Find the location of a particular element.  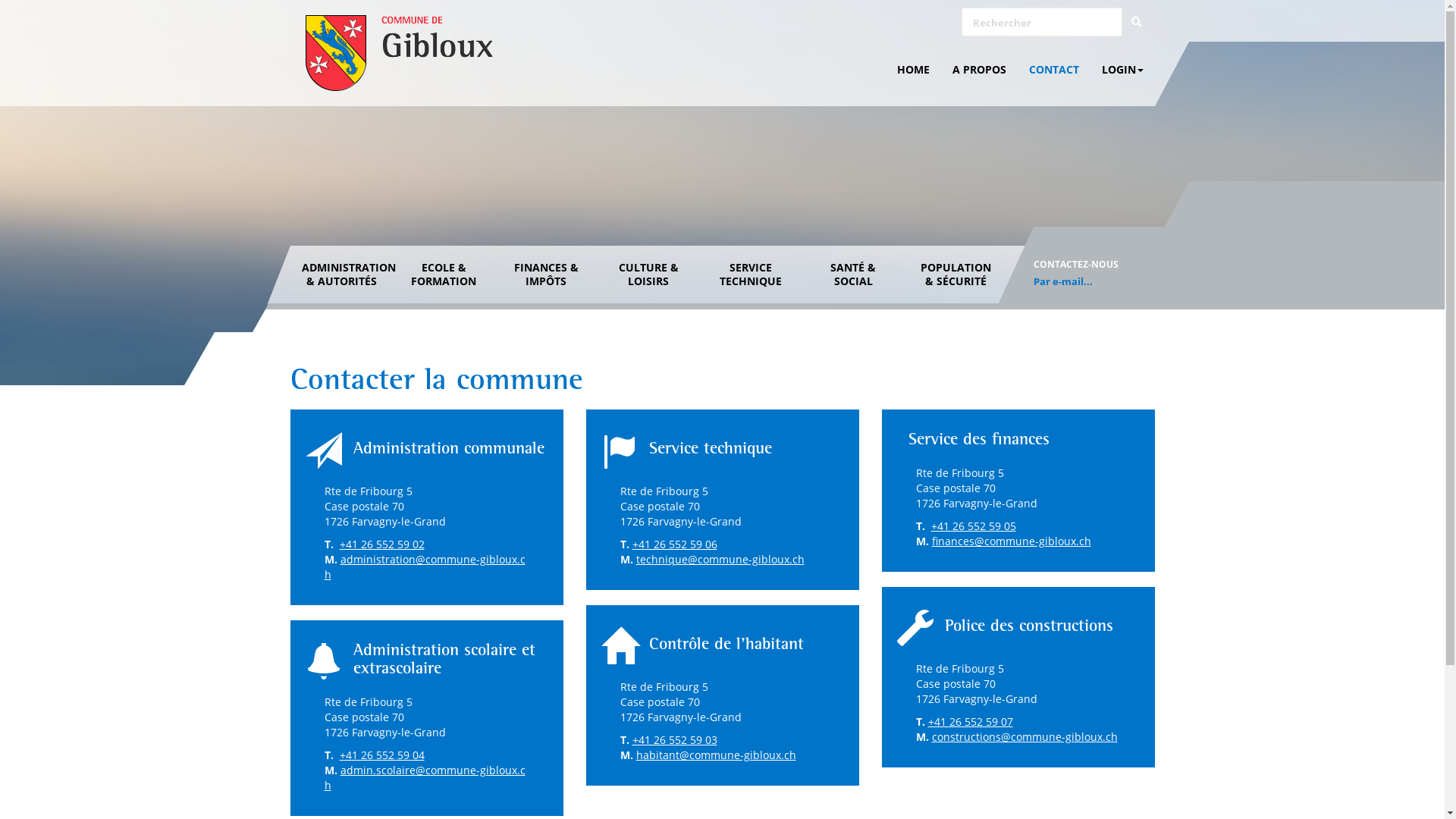

'+41 26 552 59 02' is located at coordinates (382, 543).